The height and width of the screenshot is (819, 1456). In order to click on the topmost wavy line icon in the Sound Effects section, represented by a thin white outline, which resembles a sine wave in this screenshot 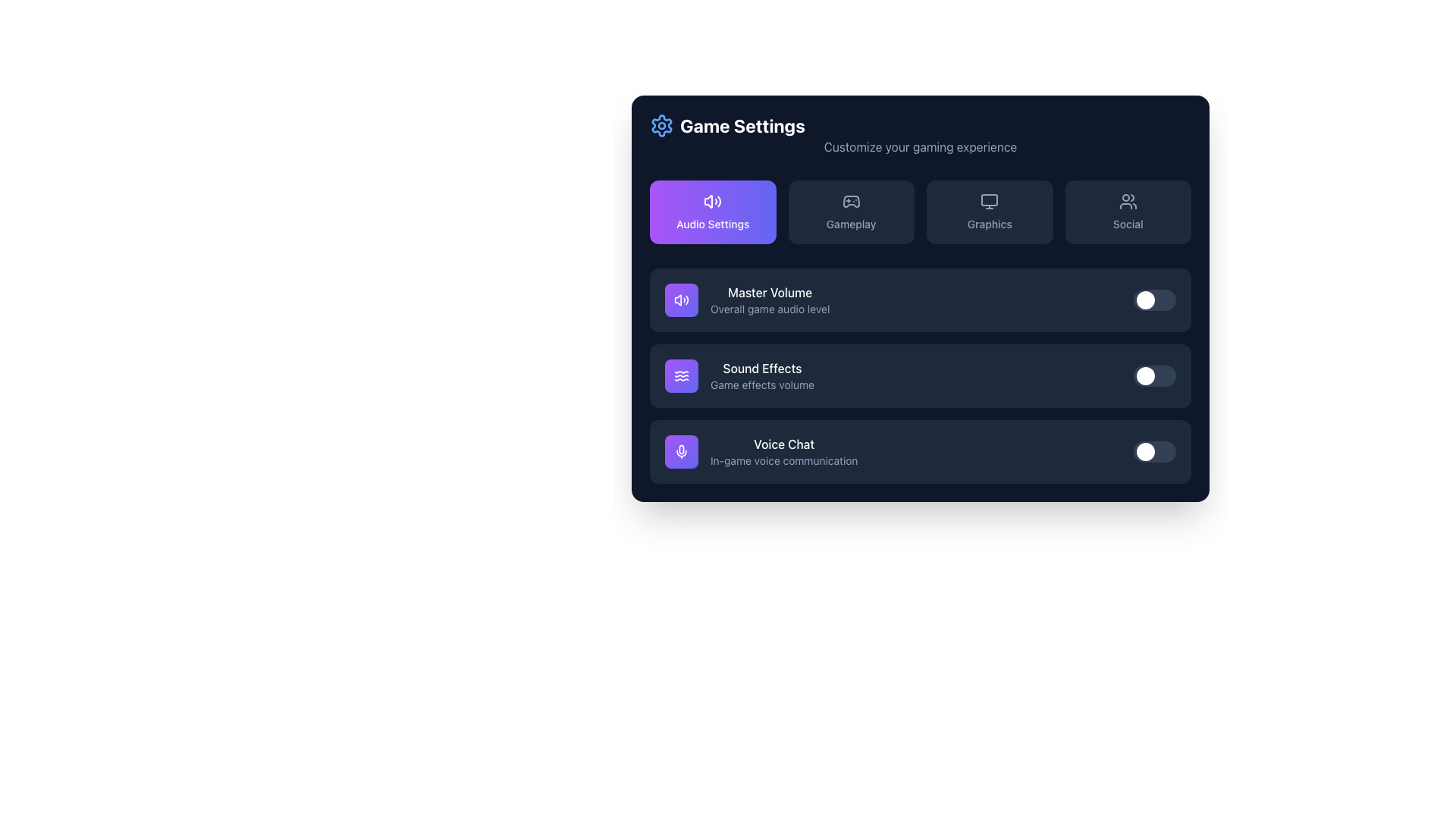, I will do `click(680, 372)`.